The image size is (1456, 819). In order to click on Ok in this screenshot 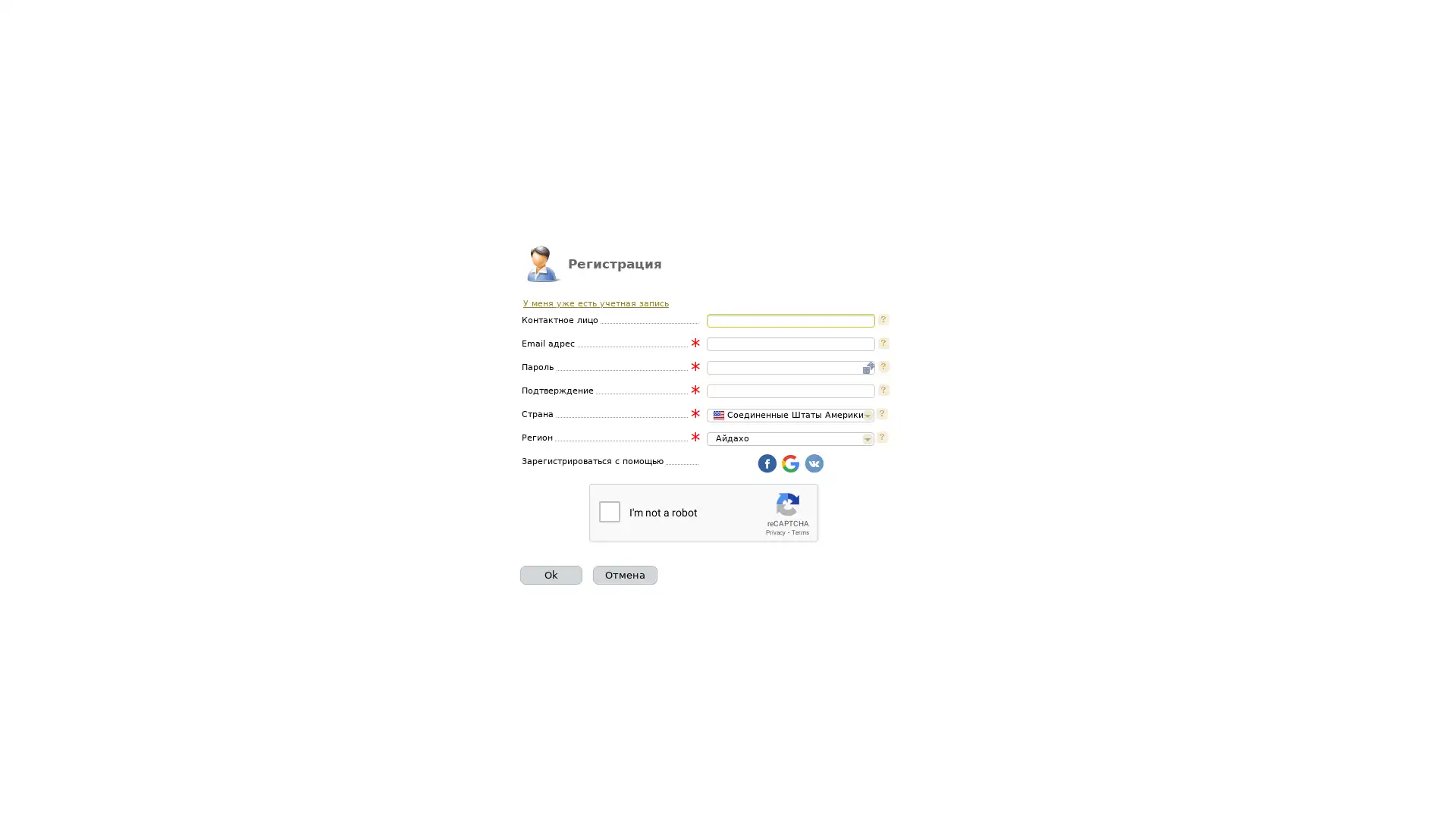, I will do `click(550, 575)`.